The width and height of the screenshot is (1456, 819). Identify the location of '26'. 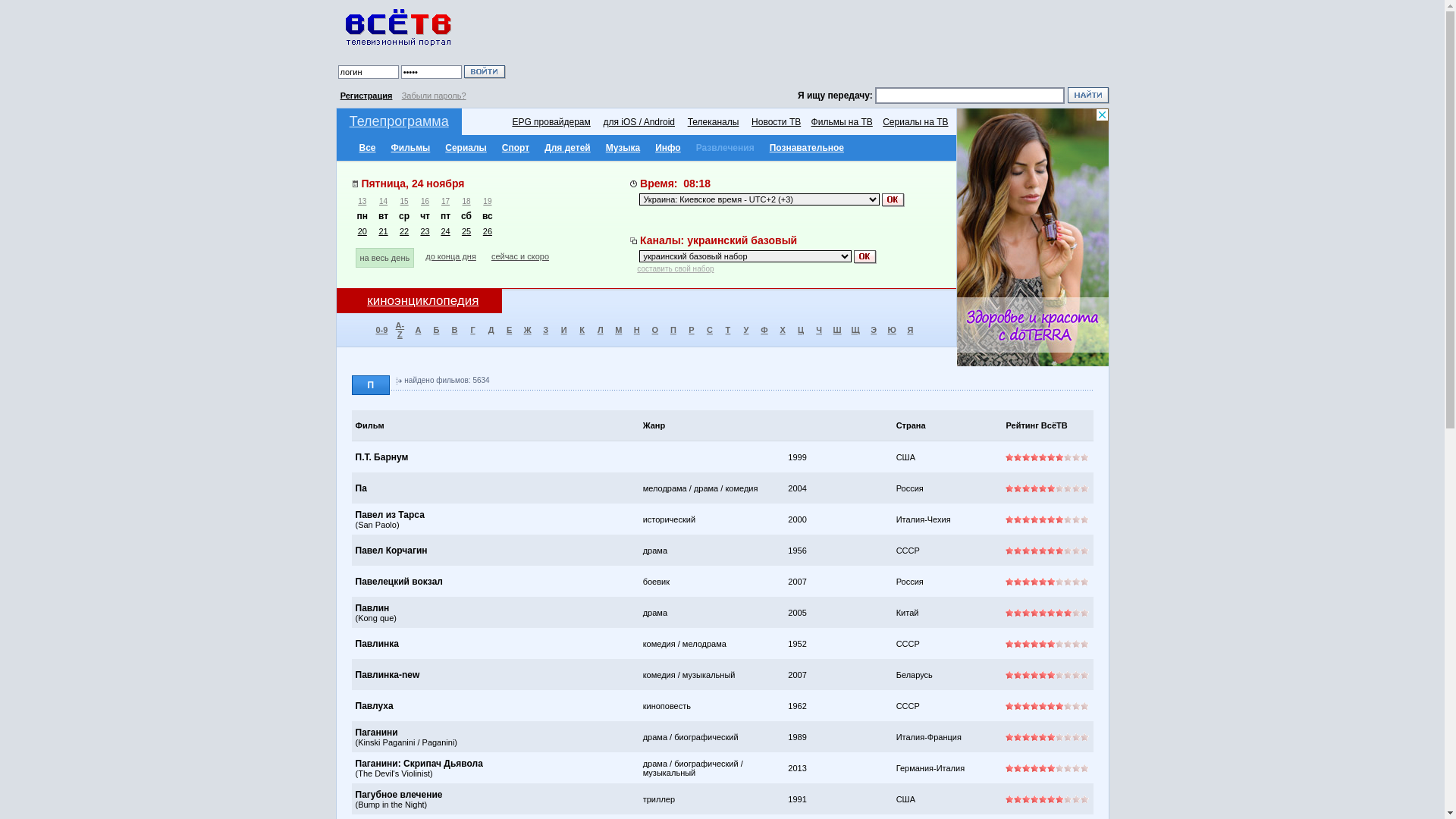
(482, 231).